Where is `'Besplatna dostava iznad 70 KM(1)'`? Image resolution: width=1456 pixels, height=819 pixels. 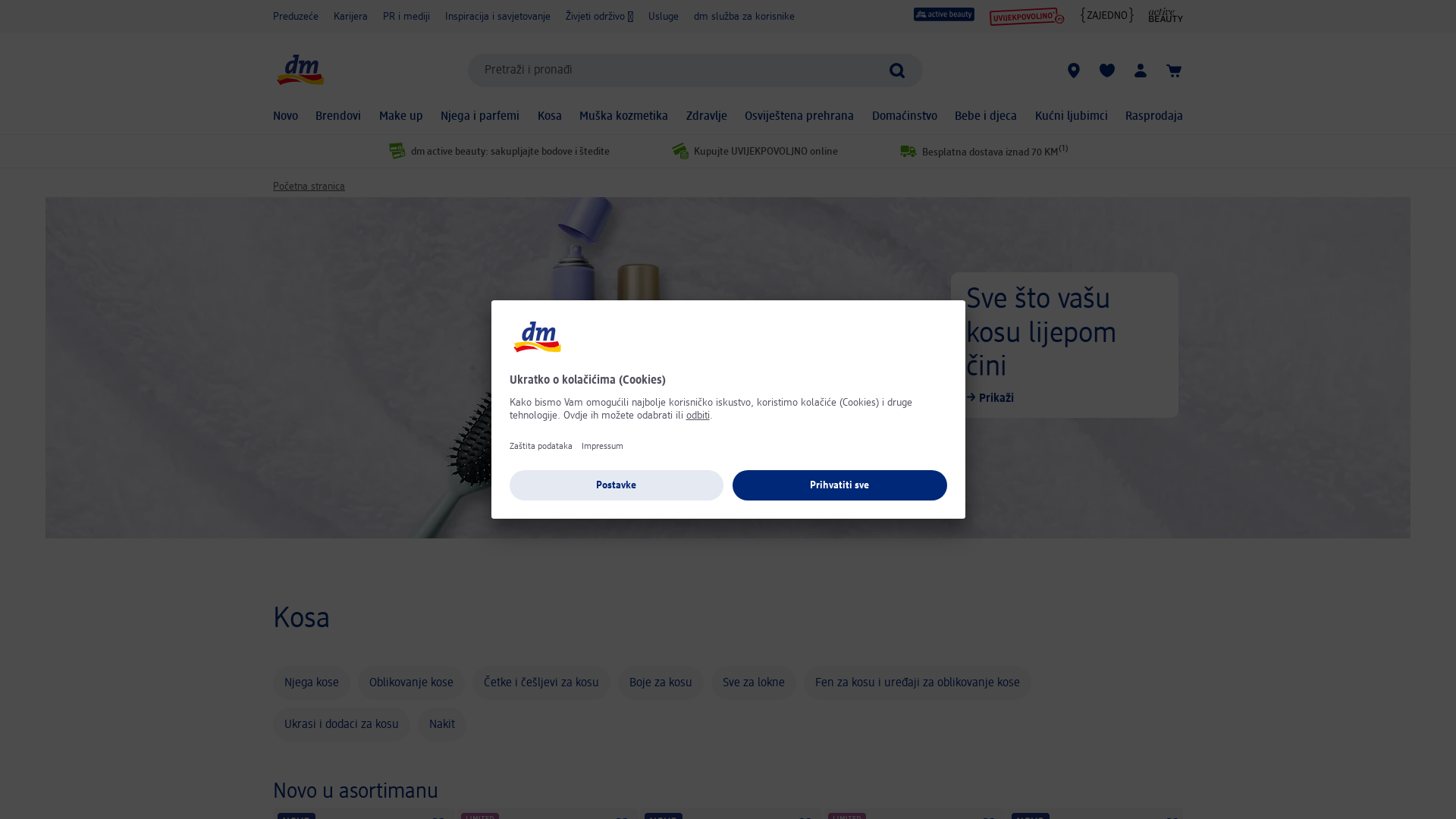
'Besplatna dostava iznad 70 KM(1)' is located at coordinates (978, 151).